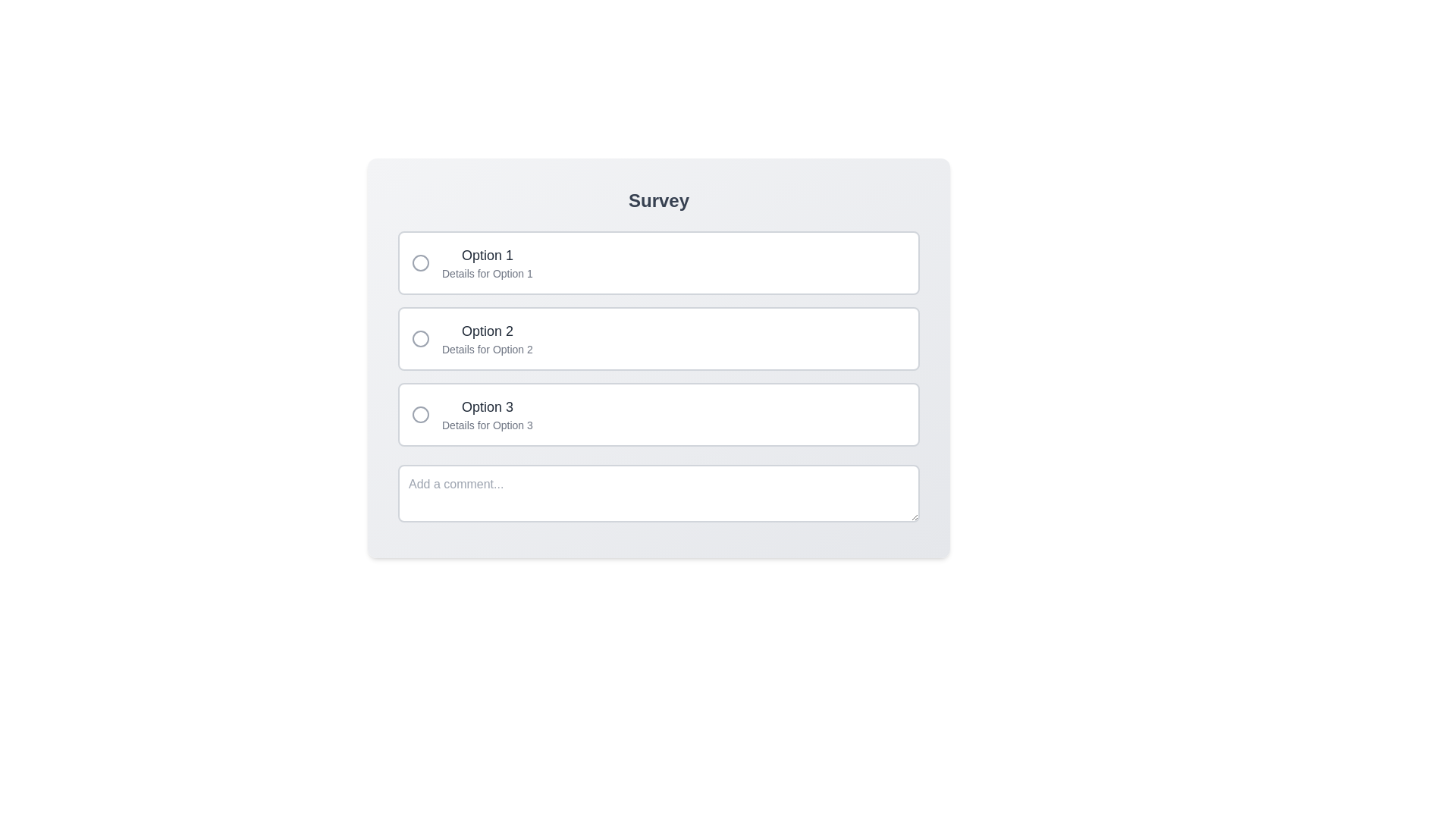 Image resolution: width=1456 pixels, height=819 pixels. I want to click on the 'Option 1' text block, which presents a selectable option with details, so click(488, 262).